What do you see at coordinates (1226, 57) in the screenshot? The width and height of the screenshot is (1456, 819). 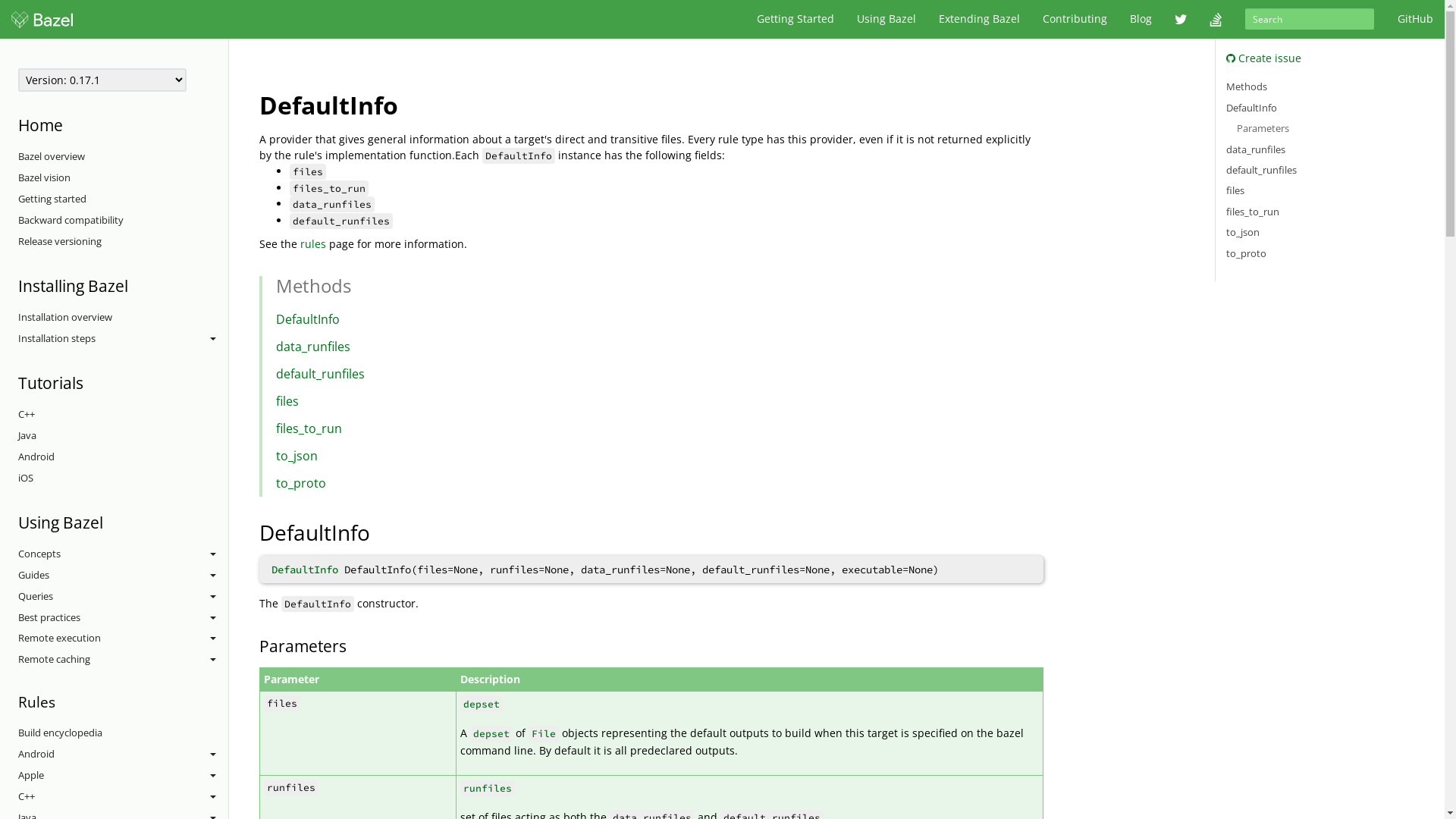 I see `'Create issue'` at bounding box center [1226, 57].